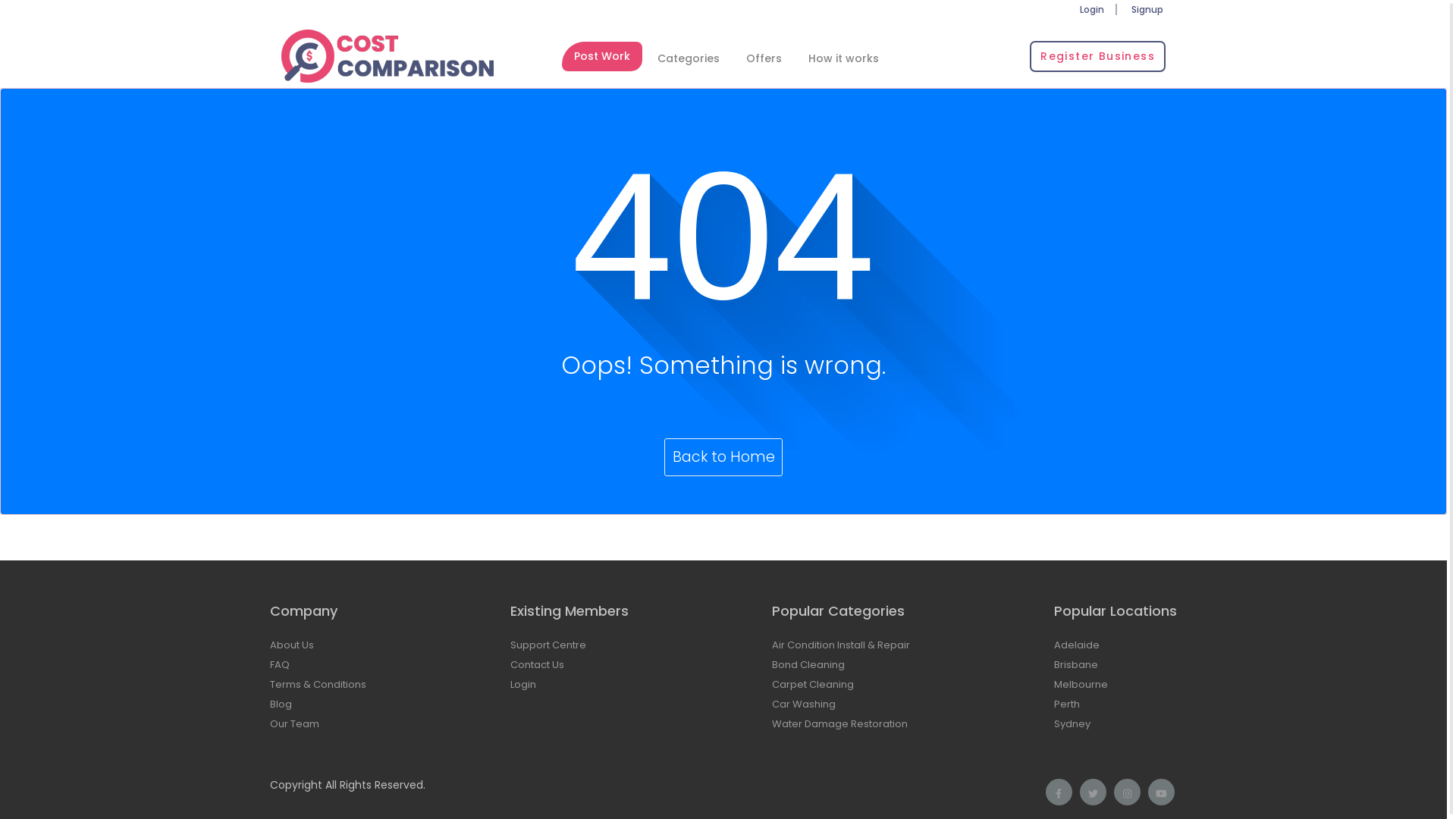 The width and height of the screenshot is (1456, 819). What do you see at coordinates (601, 55) in the screenshot?
I see `'Post Work'` at bounding box center [601, 55].